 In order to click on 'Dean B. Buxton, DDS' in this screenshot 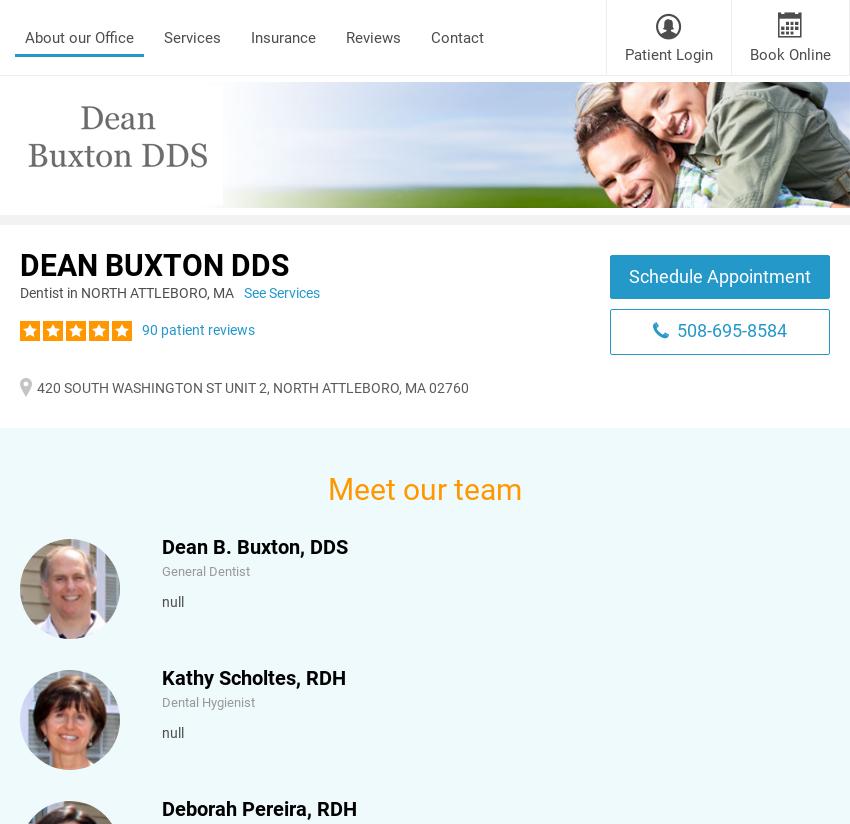, I will do `click(255, 546)`.